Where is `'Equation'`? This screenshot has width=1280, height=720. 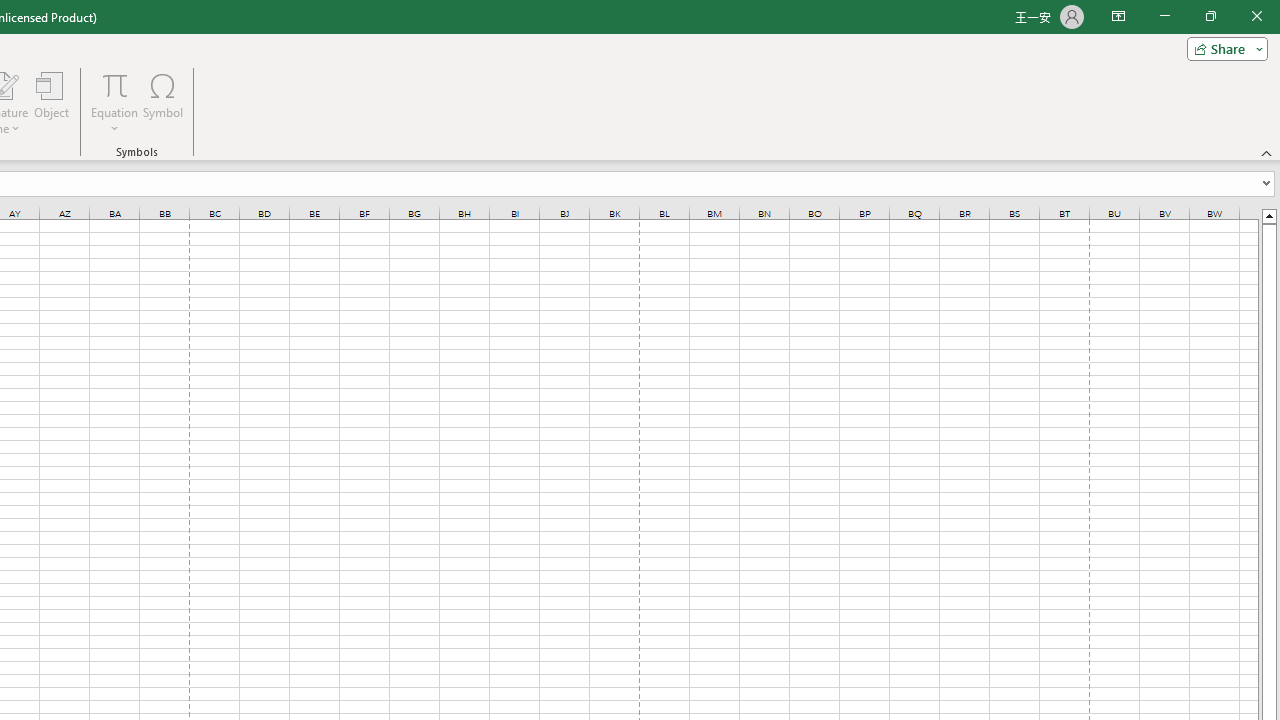 'Equation' is located at coordinates (114, 103).